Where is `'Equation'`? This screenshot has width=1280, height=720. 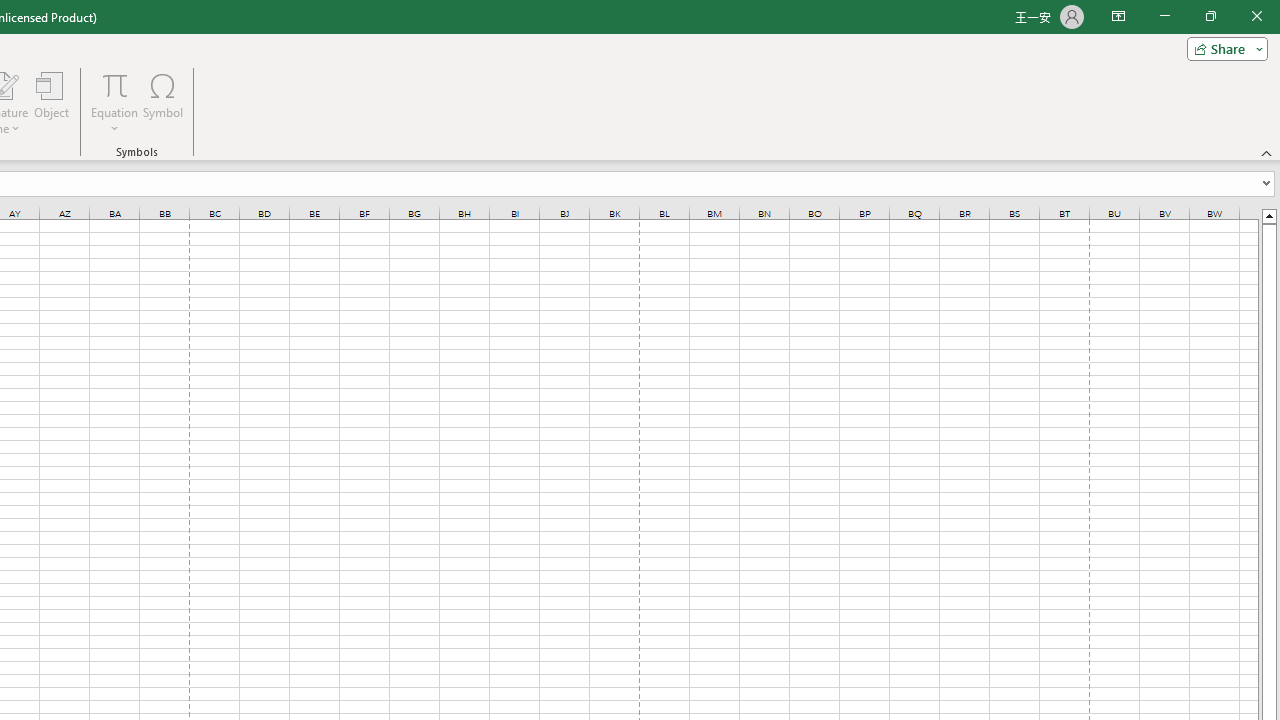 'Equation' is located at coordinates (114, 103).